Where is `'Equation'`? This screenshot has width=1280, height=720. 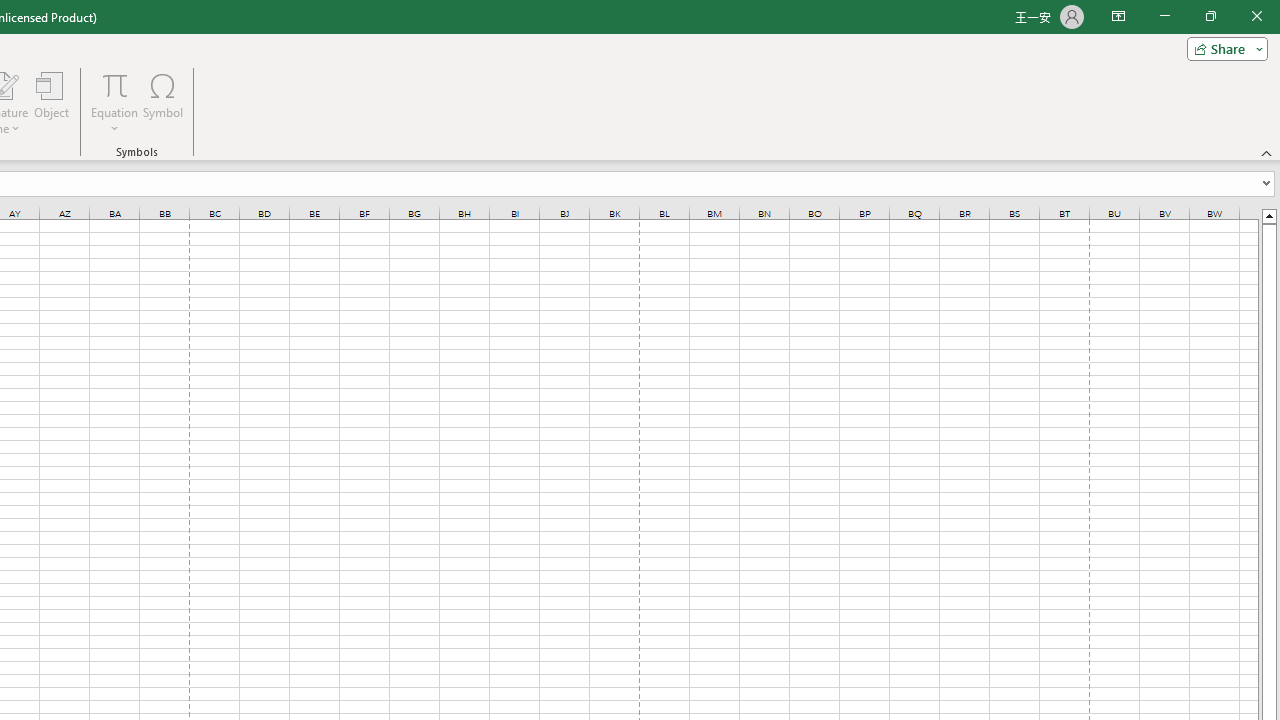 'Equation' is located at coordinates (114, 103).